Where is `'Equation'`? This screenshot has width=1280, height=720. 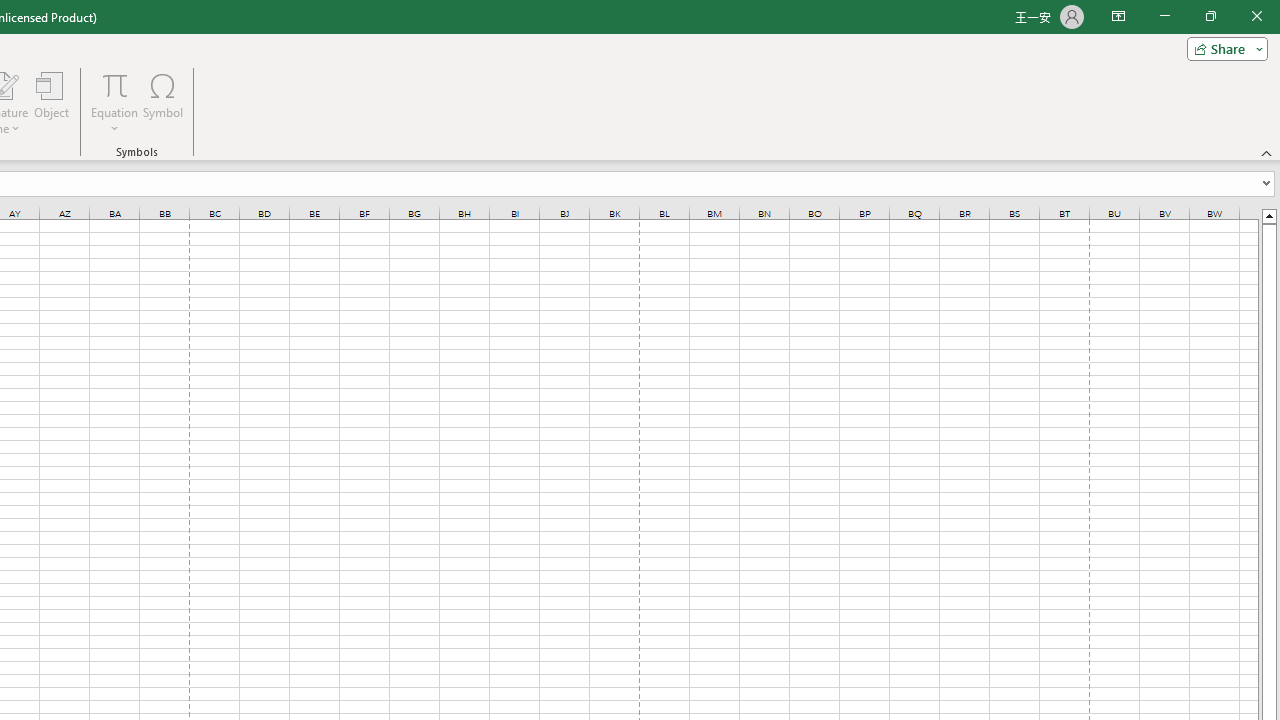 'Equation' is located at coordinates (114, 103).